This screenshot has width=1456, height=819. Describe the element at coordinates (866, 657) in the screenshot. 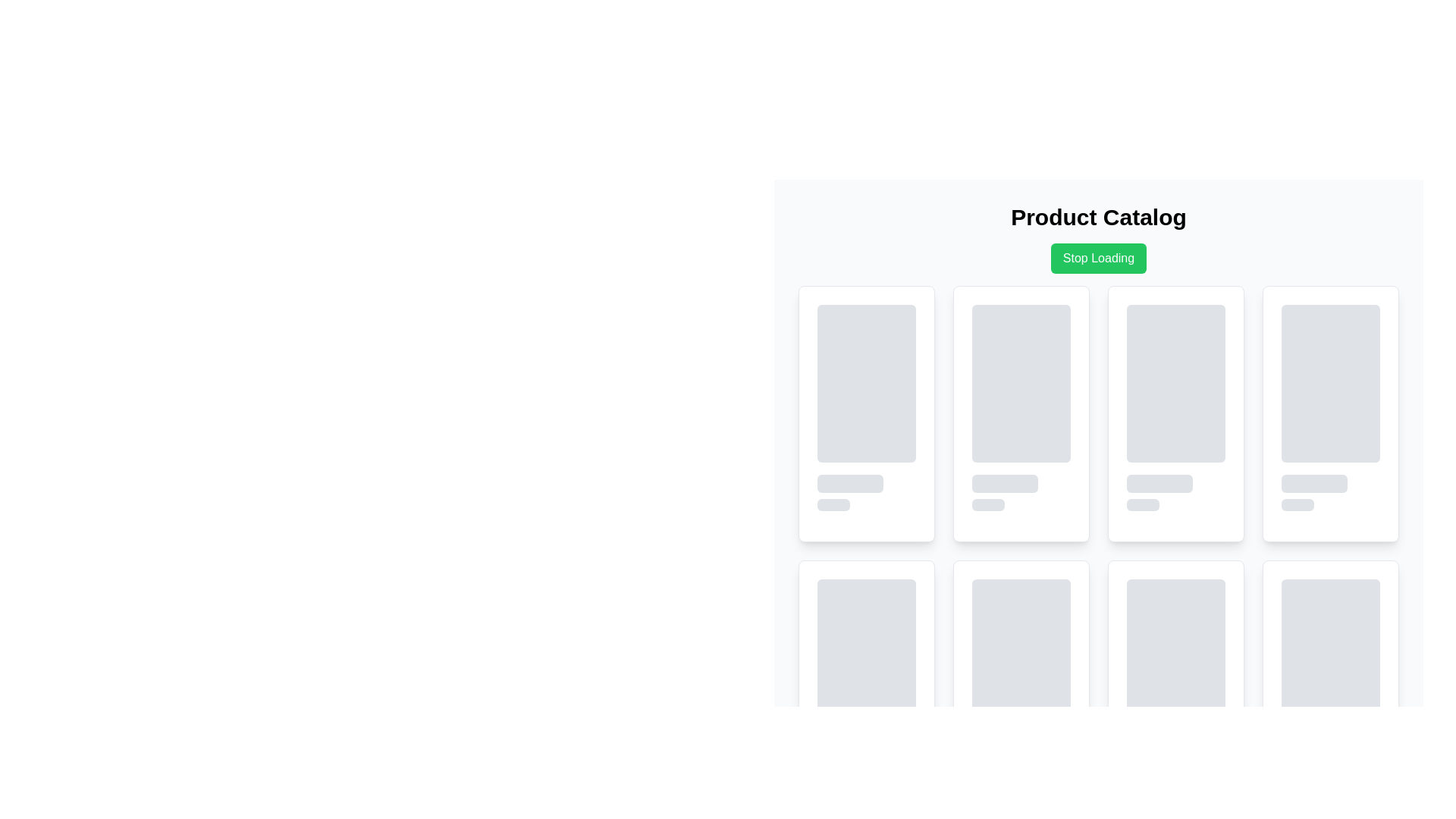

I see `the Skeleton Placeholder located in the second row and third column of the grid layout, which indicates a loading state for a content card` at that location.